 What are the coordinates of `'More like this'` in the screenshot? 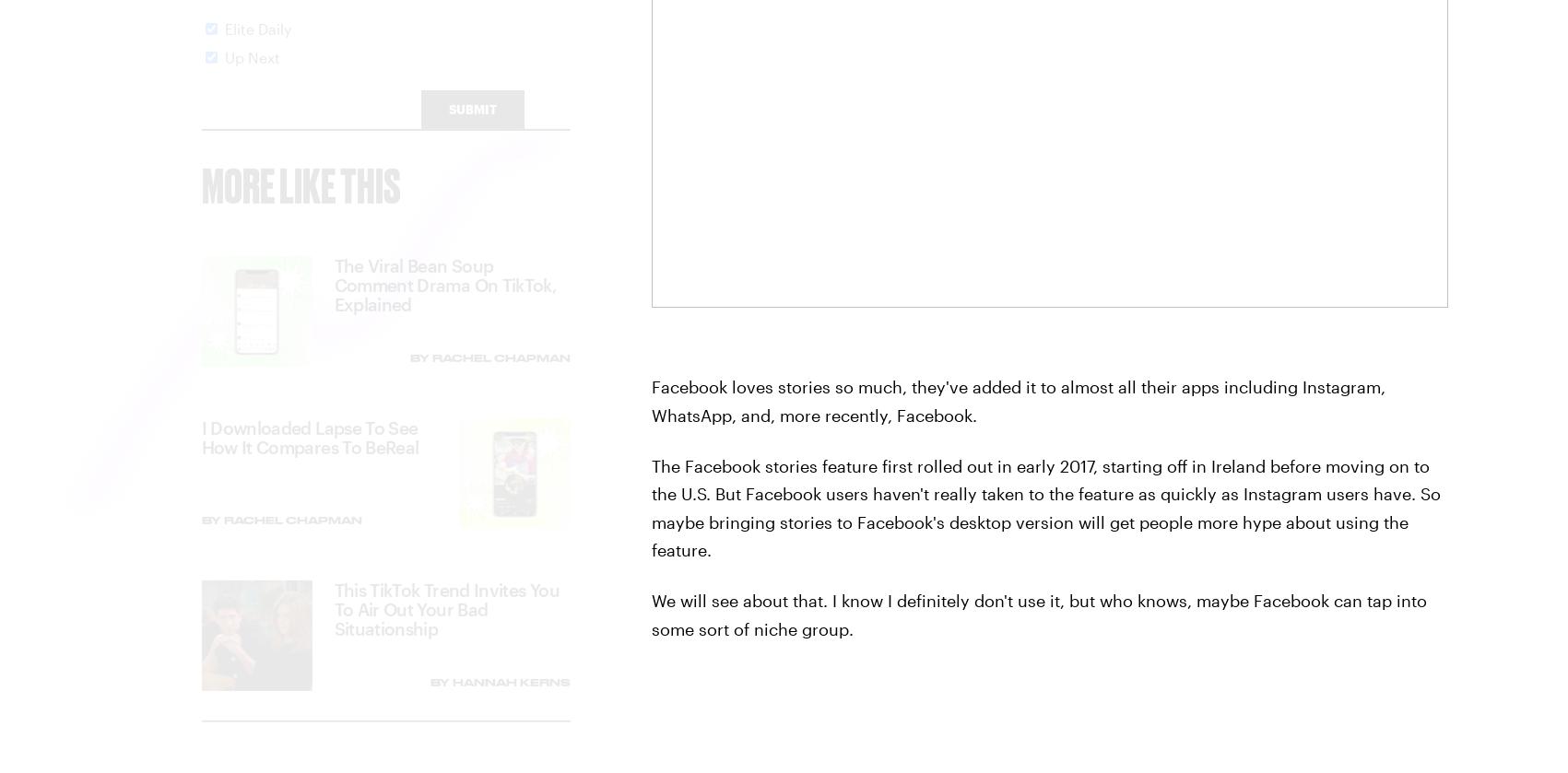 It's located at (301, 201).